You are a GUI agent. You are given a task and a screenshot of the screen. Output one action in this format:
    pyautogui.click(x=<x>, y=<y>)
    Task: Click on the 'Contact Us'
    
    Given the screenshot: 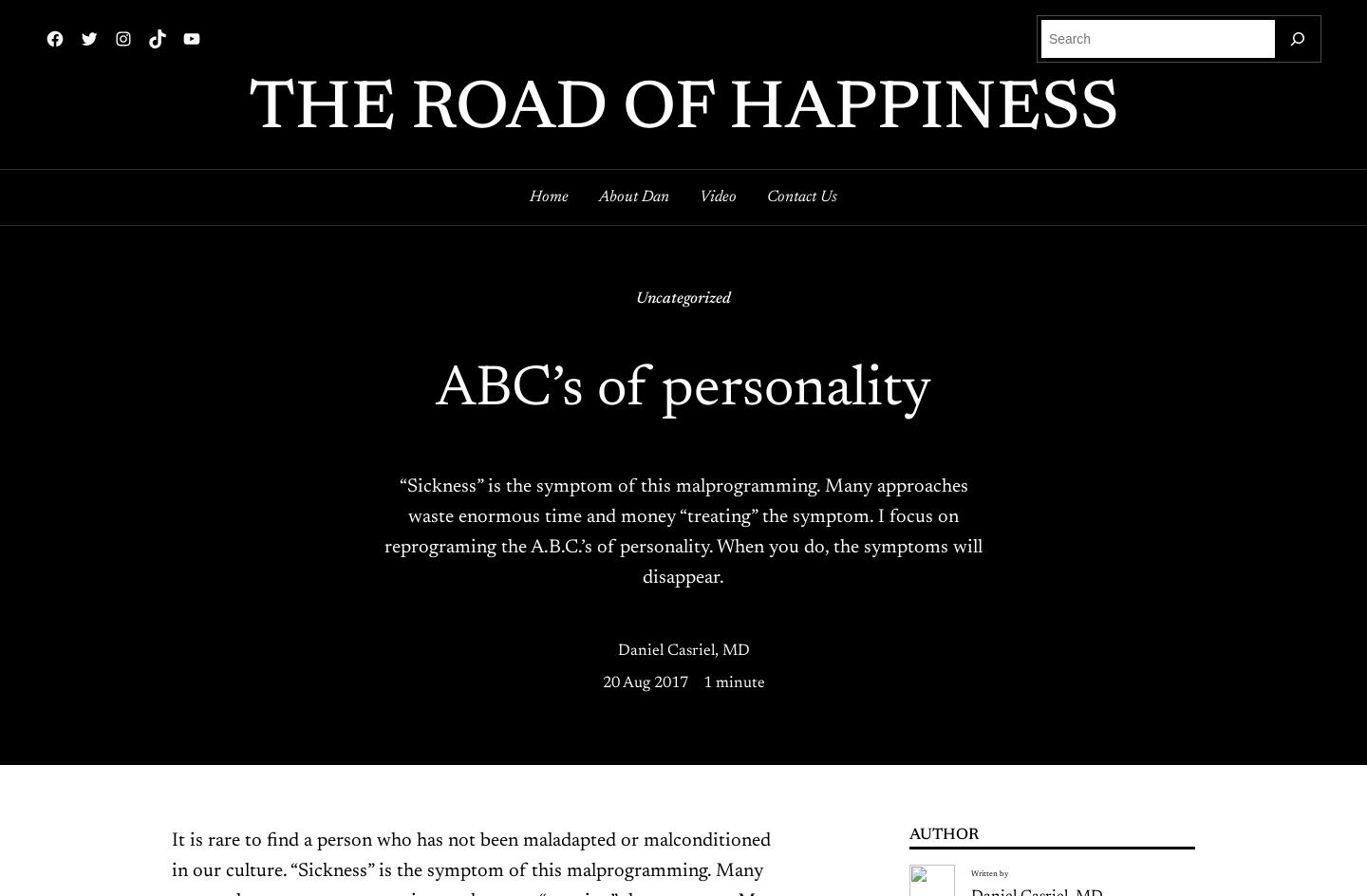 What is the action you would take?
    pyautogui.click(x=800, y=196)
    